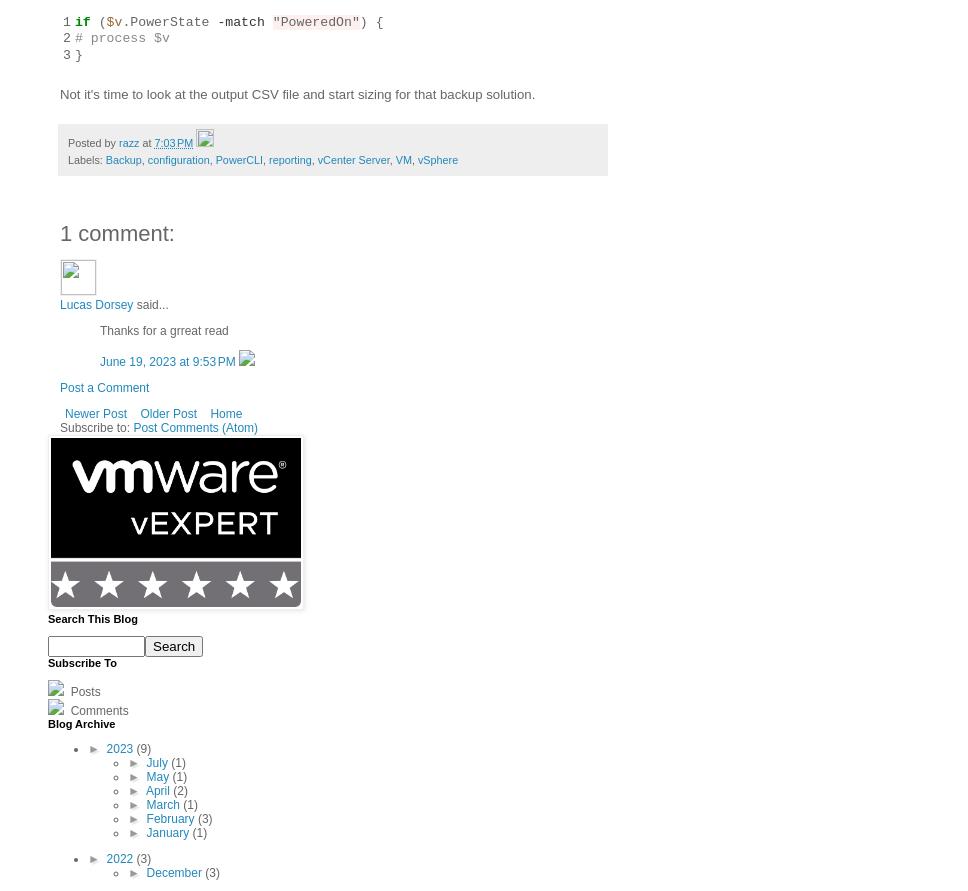  I want to click on '-match', so click(239, 21).